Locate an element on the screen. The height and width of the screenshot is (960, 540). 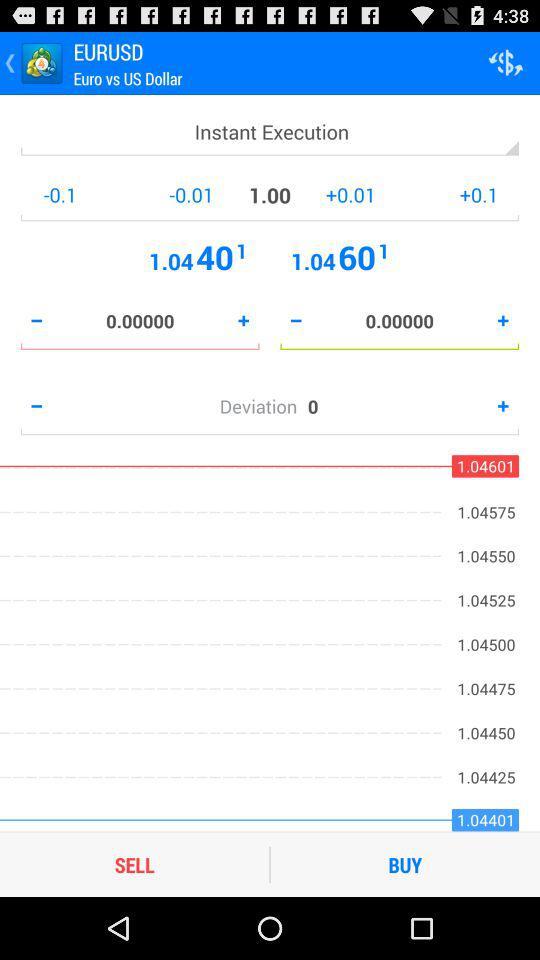
buy item is located at coordinates (405, 863).